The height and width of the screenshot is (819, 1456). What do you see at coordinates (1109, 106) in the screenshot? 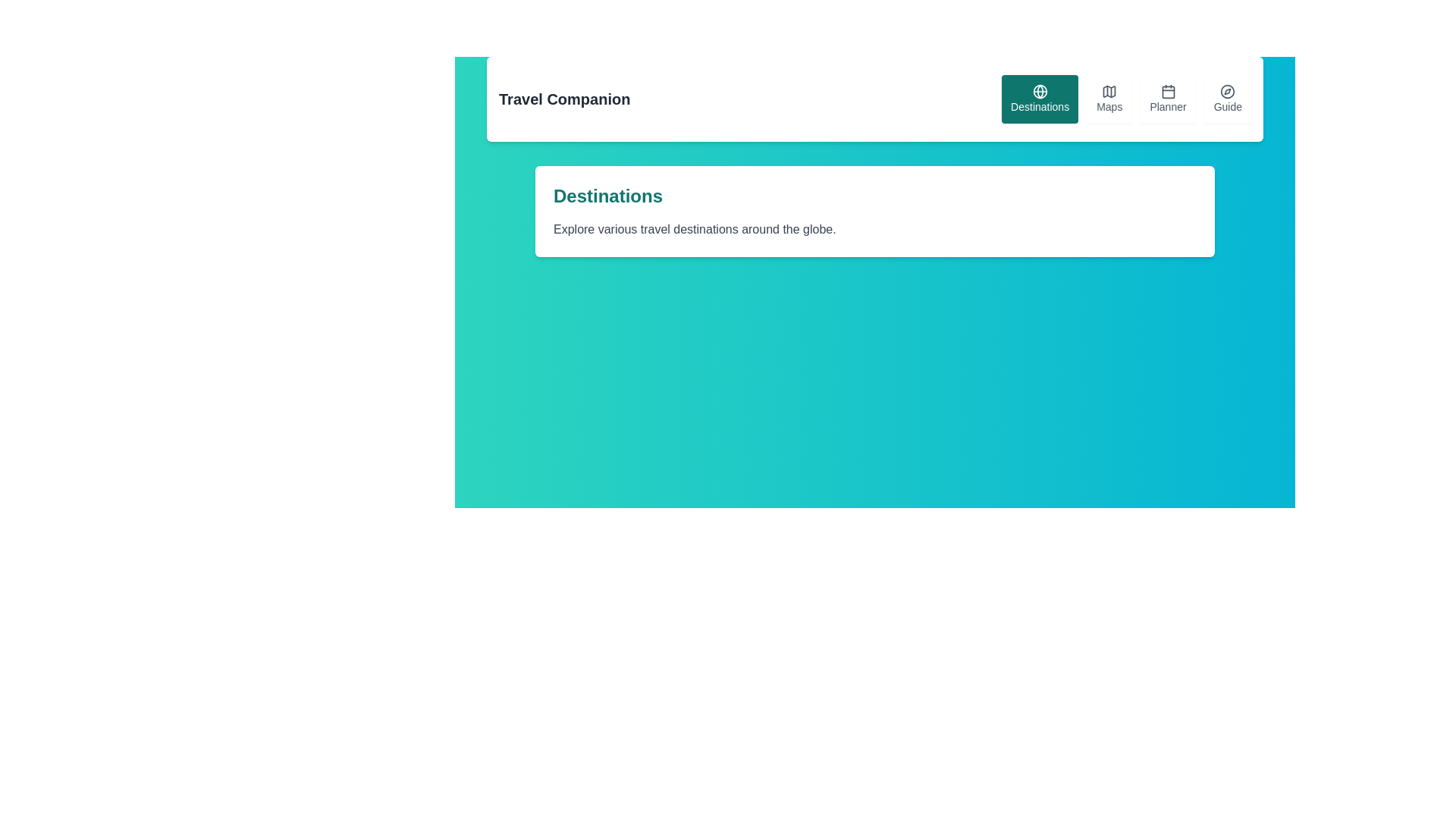
I see `the 'Maps' text label located within the interactive button on the navigation bar, which is positioned to the right of the 'Destinations' element` at bounding box center [1109, 106].